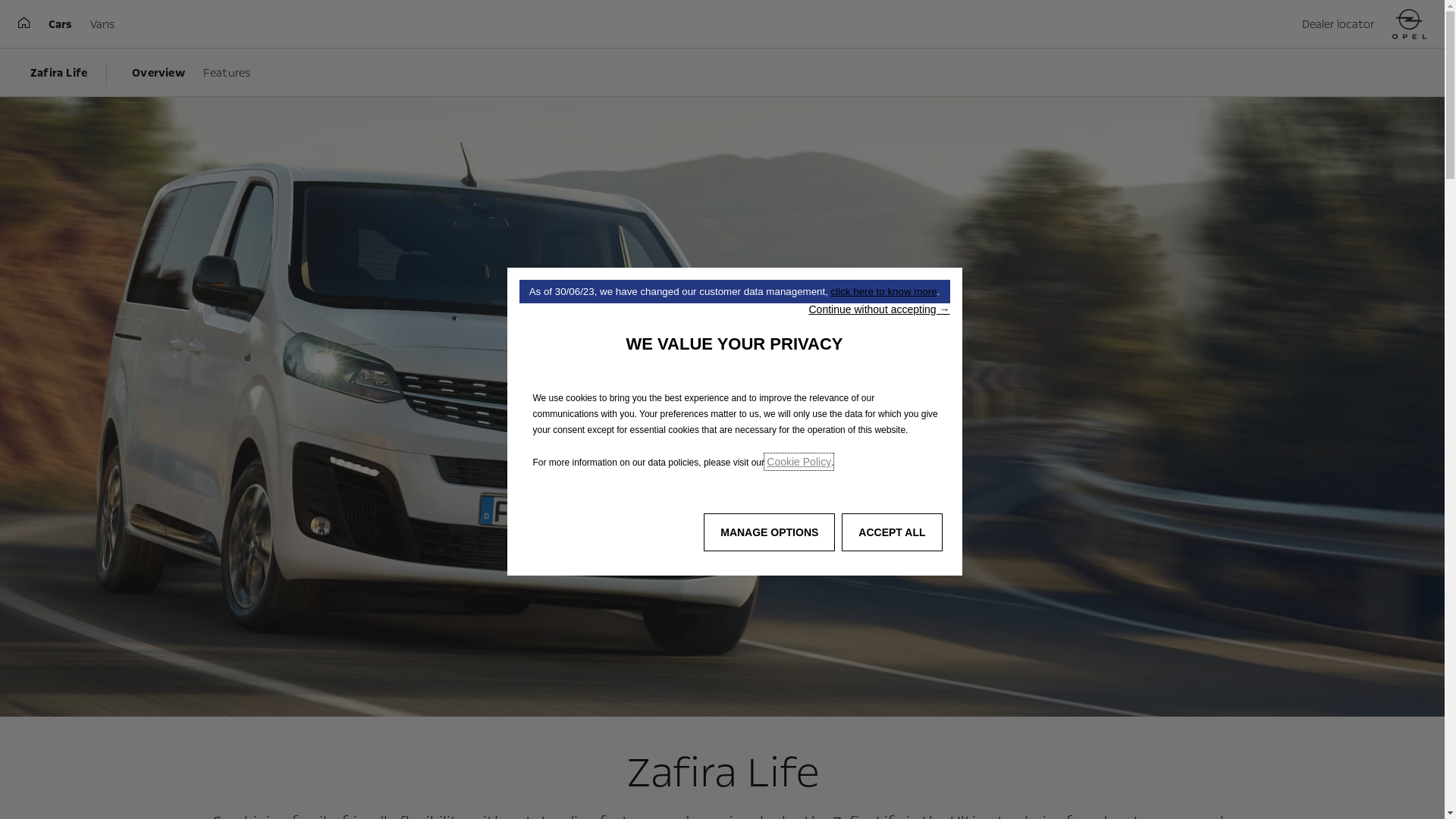  I want to click on 'Zafira Life', so click(61, 73).